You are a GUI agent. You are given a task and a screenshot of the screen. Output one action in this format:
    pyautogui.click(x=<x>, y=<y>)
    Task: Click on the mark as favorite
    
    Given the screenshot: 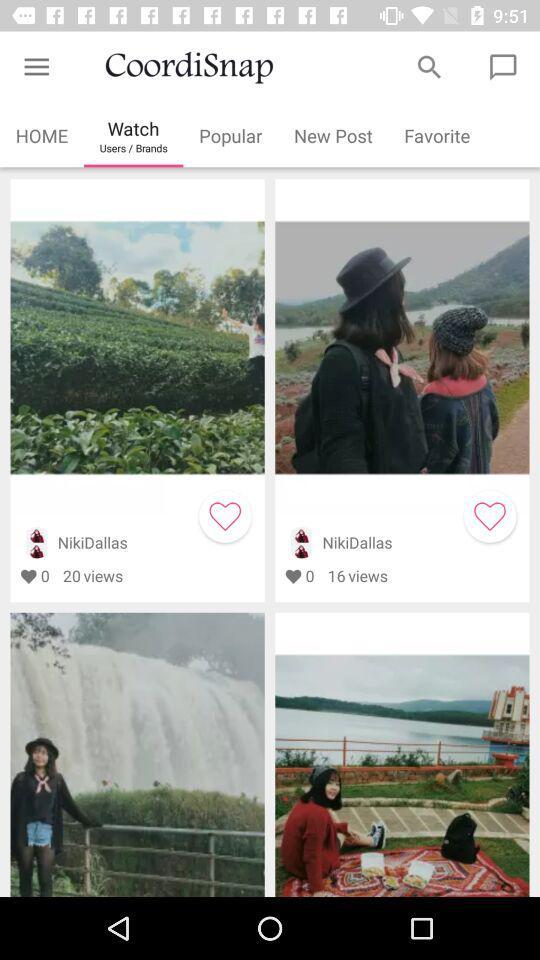 What is the action you would take?
    pyautogui.click(x=224, y=515)
    